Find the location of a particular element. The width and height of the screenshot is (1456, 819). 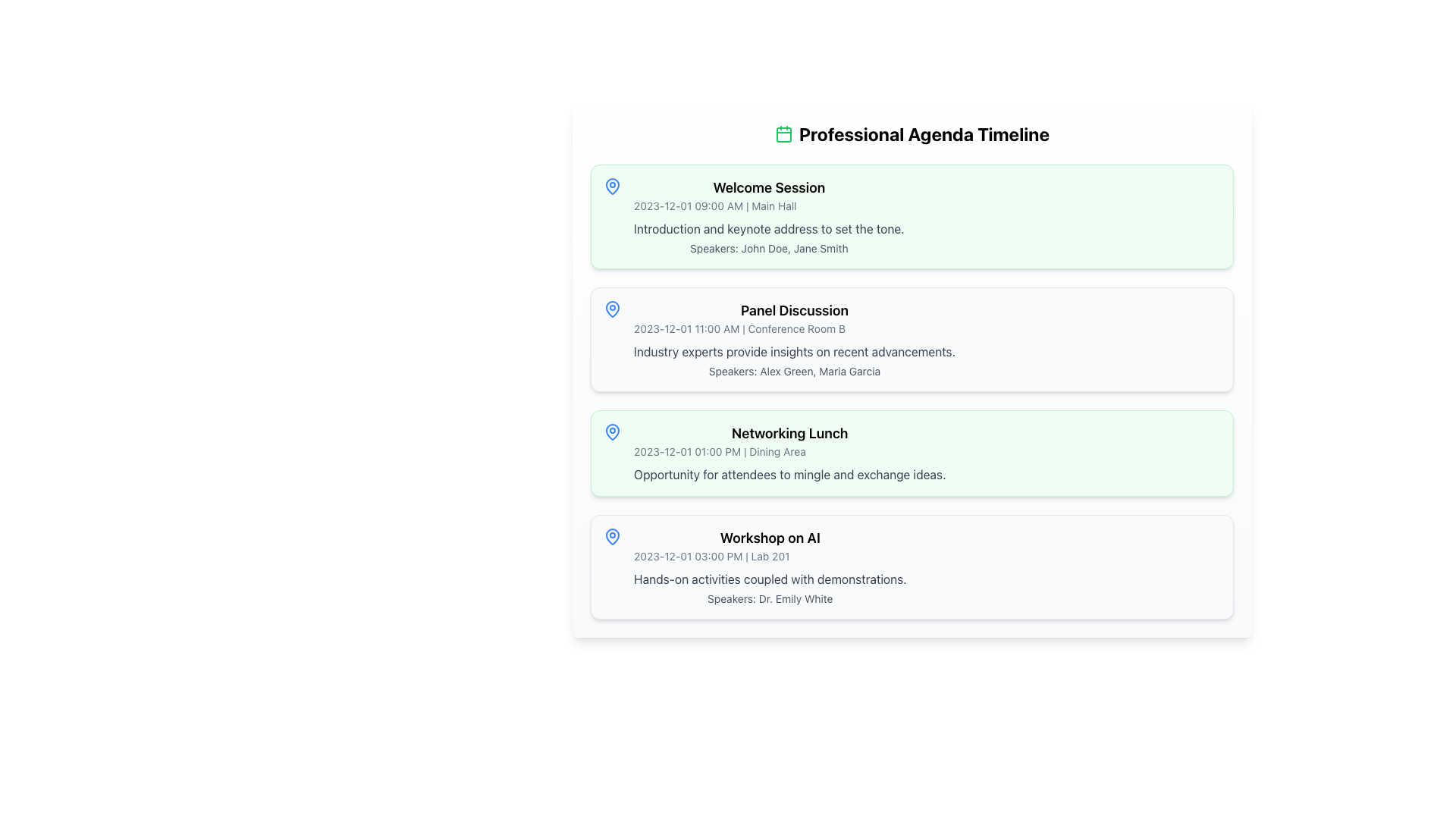

the Informational Section about the scheduled workshop, which is the fourth item in the agenda list, located below the 'Networking Lunch' section is located at coordinates (912, 567).